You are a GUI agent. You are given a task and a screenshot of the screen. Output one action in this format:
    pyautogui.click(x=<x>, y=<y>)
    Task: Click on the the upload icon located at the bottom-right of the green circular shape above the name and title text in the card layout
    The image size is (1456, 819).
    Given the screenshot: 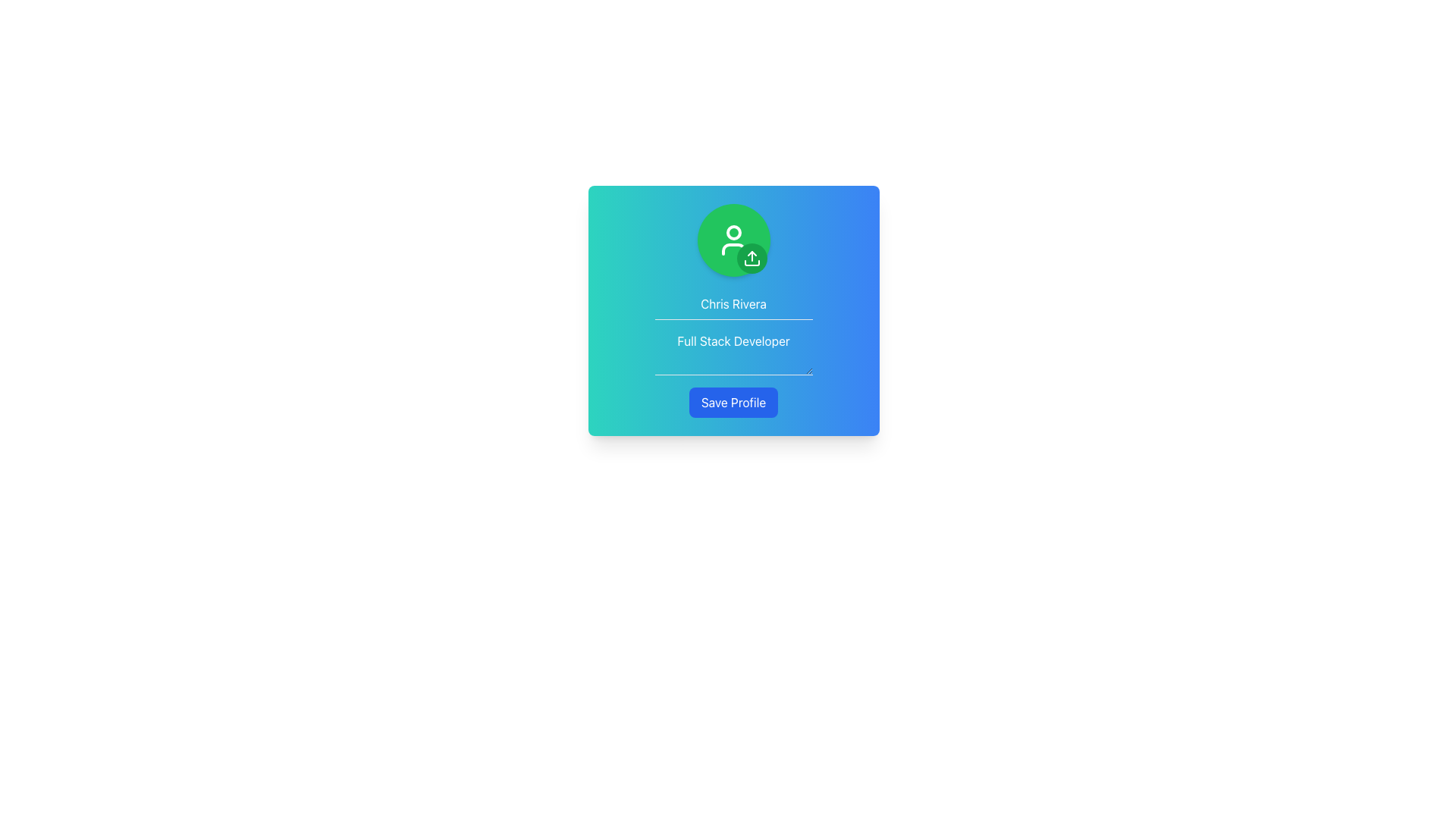 What is the action you would take?
    pyautogui.click(x=752, y=257)
    